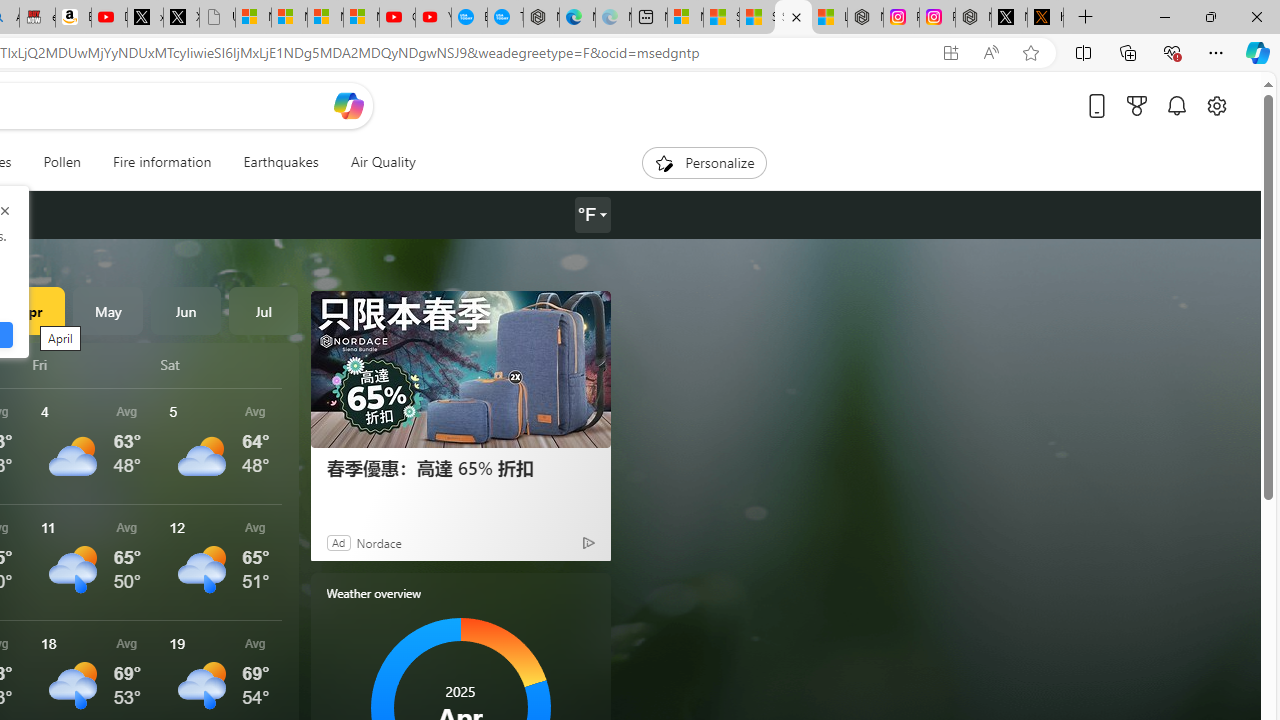  Describe the element at coordinates (756, 17) in the screenshot. I see `'Shanghai, China hourly forecast | Microsoft Weather'` at that location.